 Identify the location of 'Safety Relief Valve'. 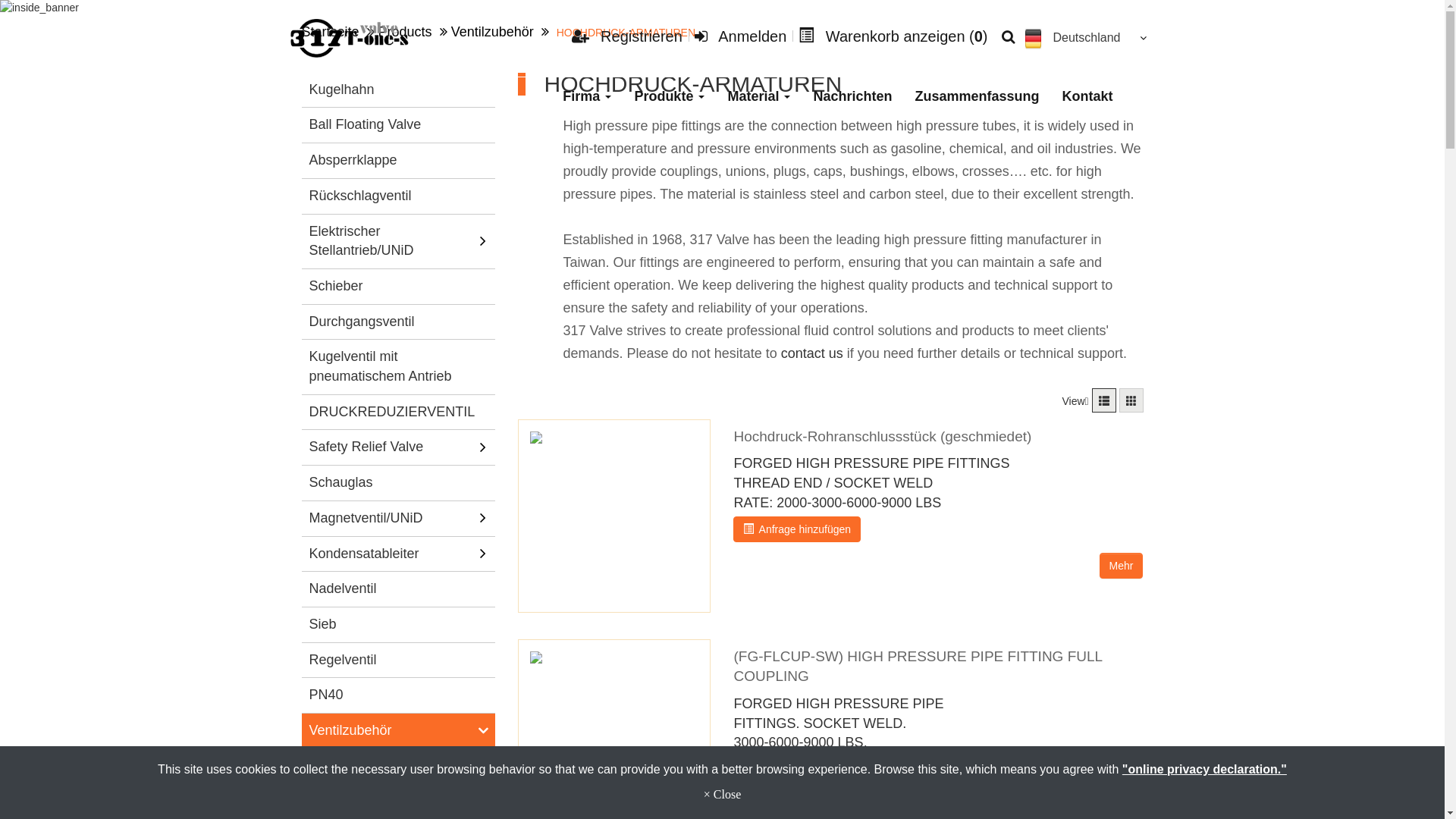
(304, 447).